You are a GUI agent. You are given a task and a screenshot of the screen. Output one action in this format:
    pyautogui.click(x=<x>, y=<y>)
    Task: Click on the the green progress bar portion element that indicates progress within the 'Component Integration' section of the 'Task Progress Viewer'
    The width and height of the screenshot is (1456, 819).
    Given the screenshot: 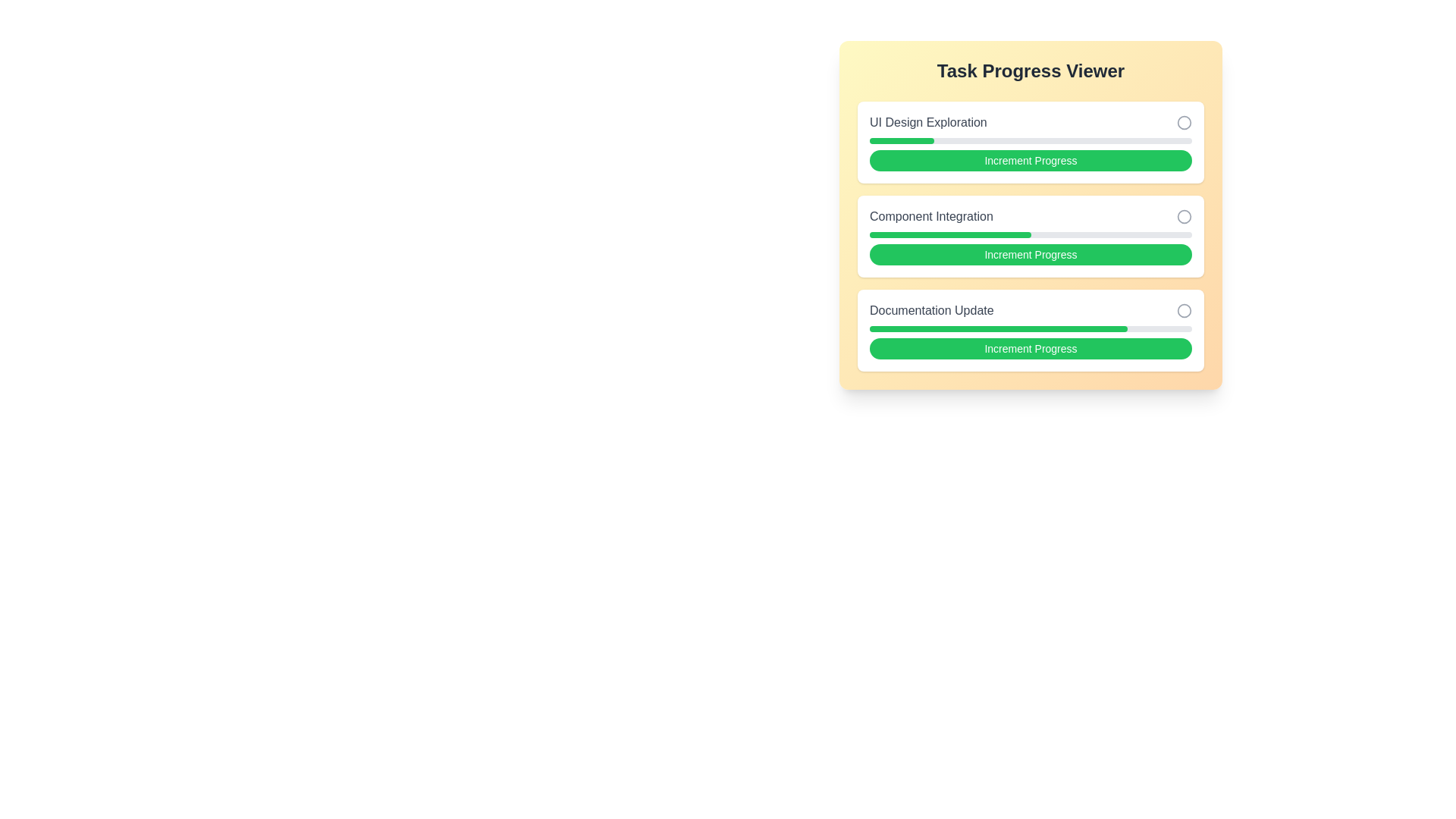 What is the action you would take?
    pyautogui.click(x=949, y=234)
    